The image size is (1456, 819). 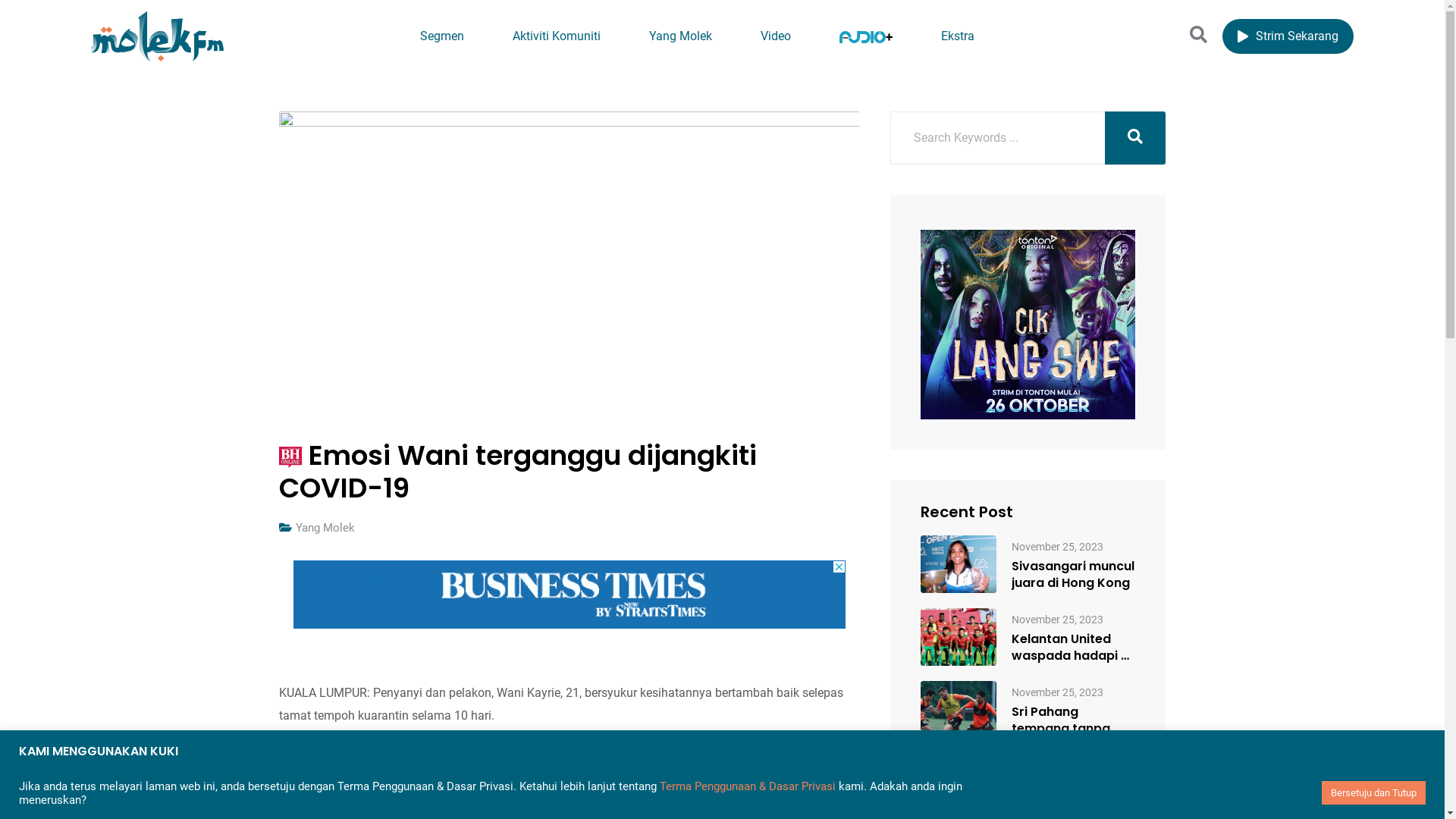 I want to click on 'Aktiviti Komuniti', so click(x=556, y=36).